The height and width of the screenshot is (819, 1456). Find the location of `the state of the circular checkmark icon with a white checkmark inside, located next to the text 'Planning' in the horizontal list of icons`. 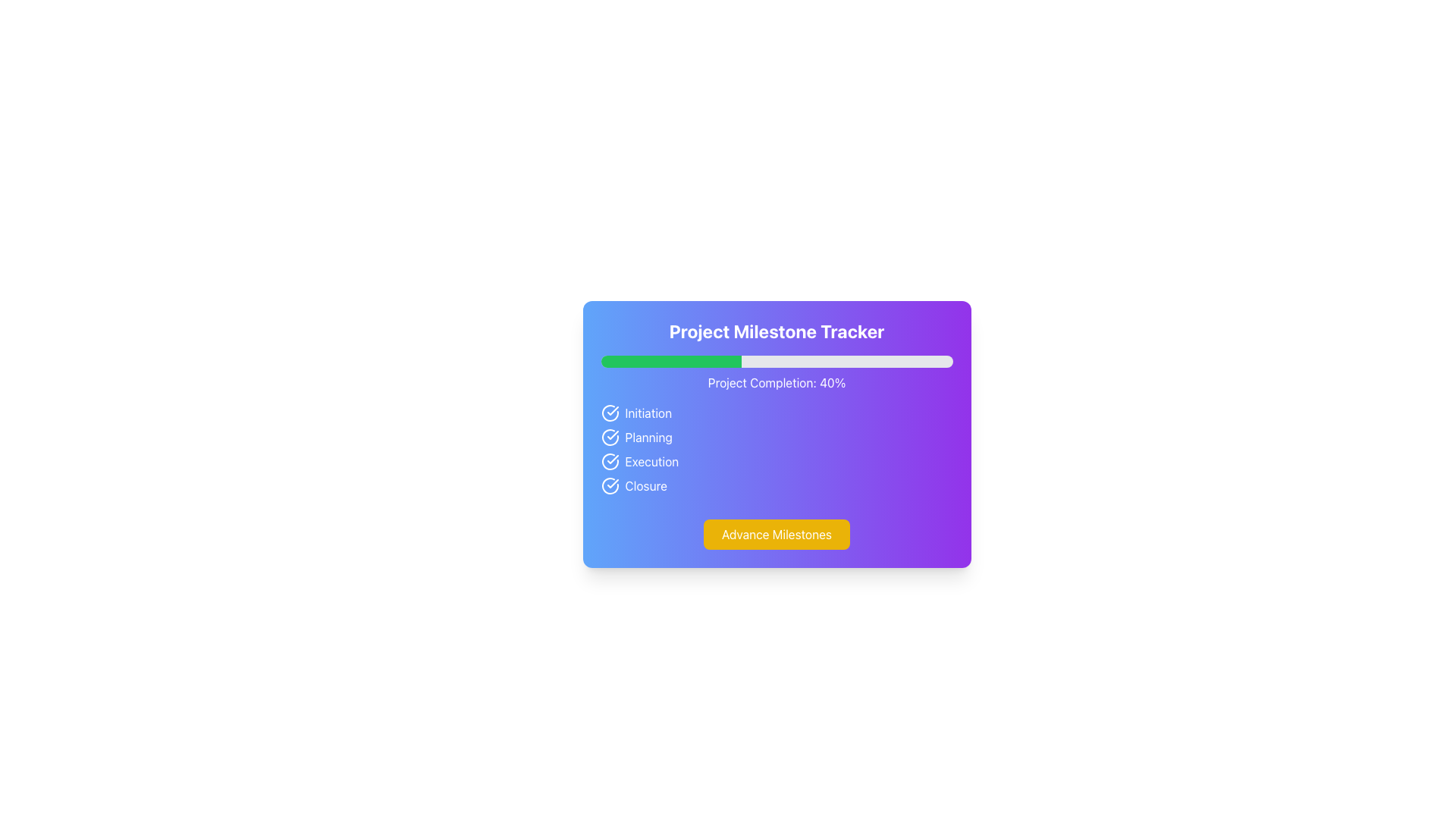

the state of the circular checkmark icon with a white checkmark inside, located next to the text 'Planning' in the horizontal list of icons is located at coordinates (613, 438).